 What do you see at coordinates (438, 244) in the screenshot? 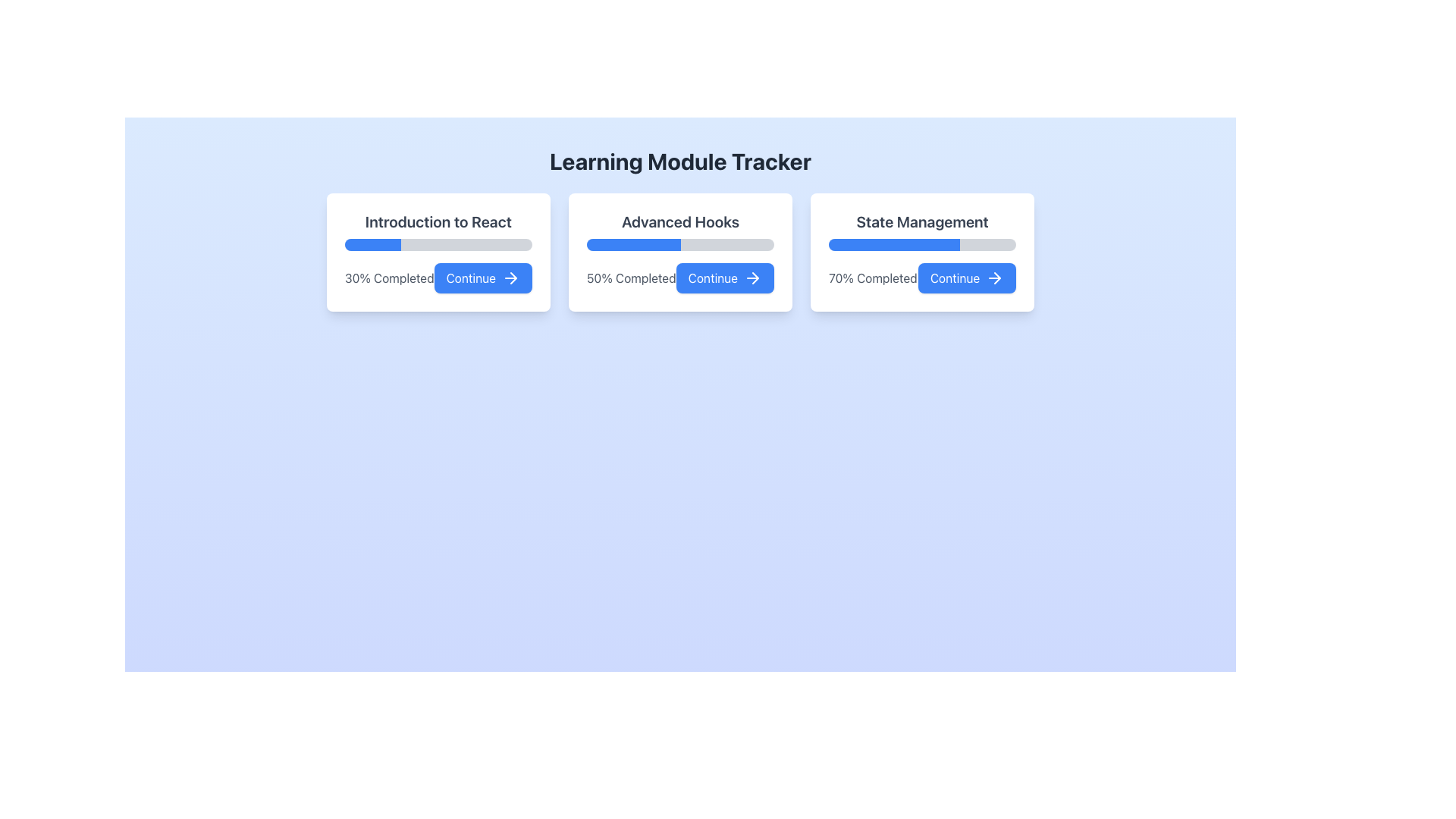
I see `the progress bar, which is a gray rectangle with a blue-filled segment indicating 30% progress, located below the 'Introduction to React' heading and above the '30% Completed Continue' line in the first card of three cards` at bounding box center [438, 244].